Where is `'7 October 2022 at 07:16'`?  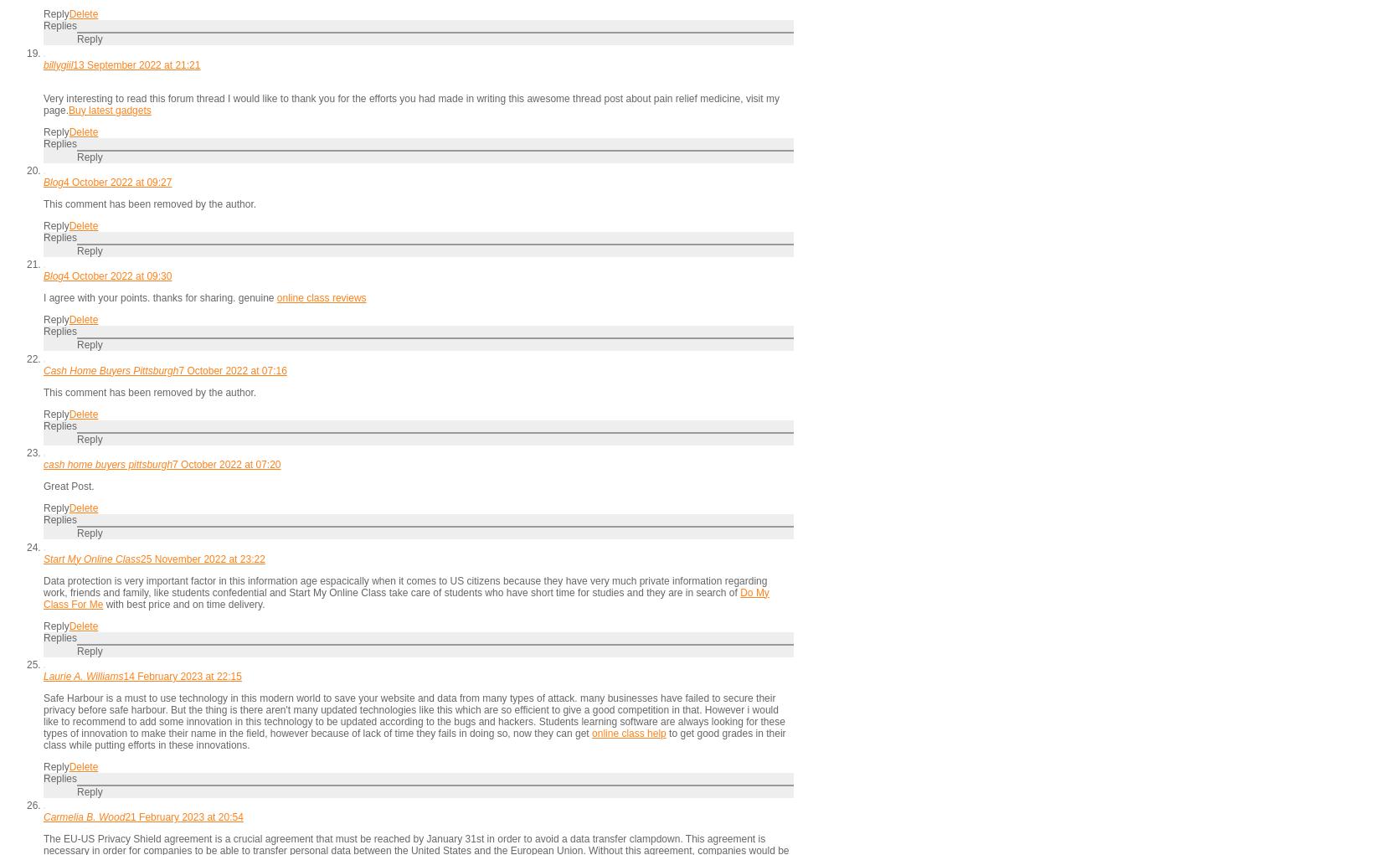 '7 October 2022 at 07:16' is located at coordinates (178, 369).